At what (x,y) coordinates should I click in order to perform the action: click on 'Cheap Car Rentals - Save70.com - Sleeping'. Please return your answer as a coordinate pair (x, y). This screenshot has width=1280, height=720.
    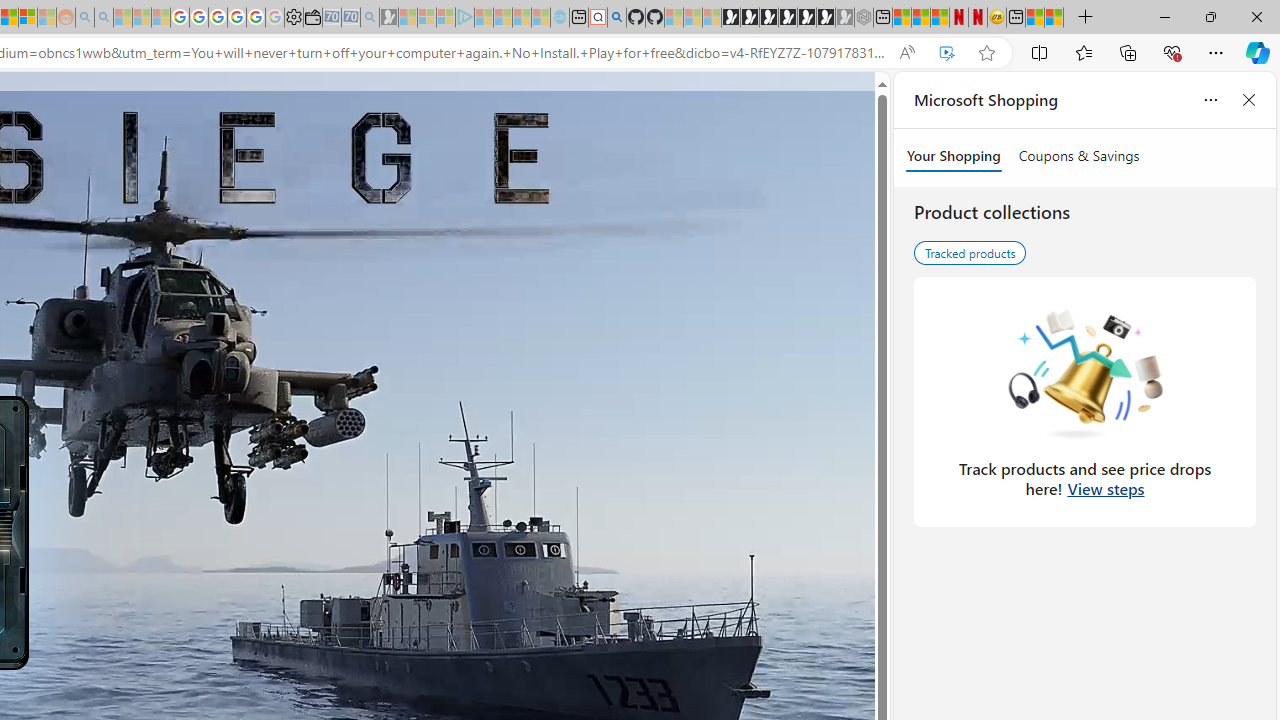
    Looking at the image, I should click on (350, 17).